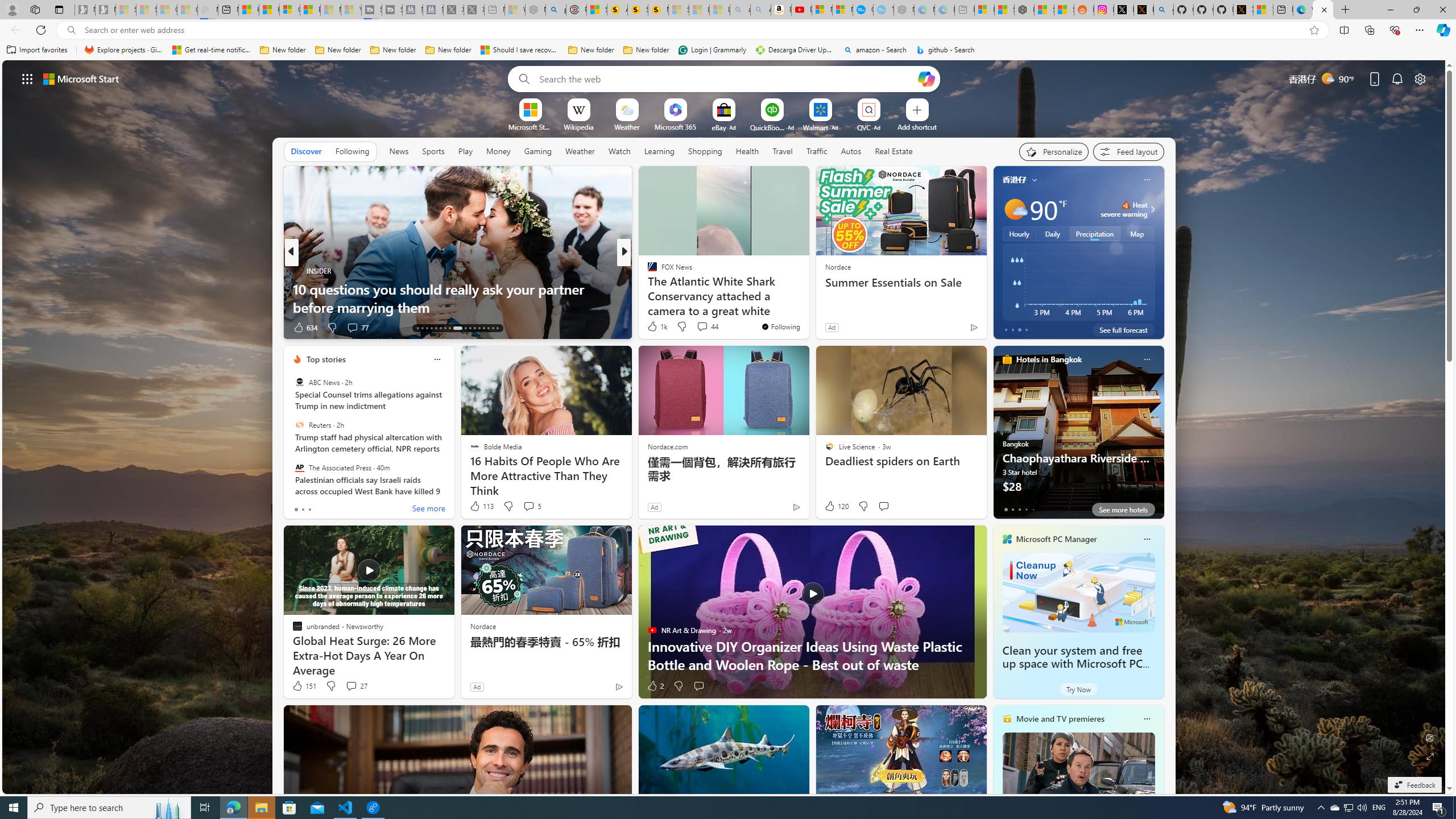 This screenshot has height=819, width=1456. Describe the element at coordinates (296, 270) in the screenshot. I see `'INSIDER'` at that location.